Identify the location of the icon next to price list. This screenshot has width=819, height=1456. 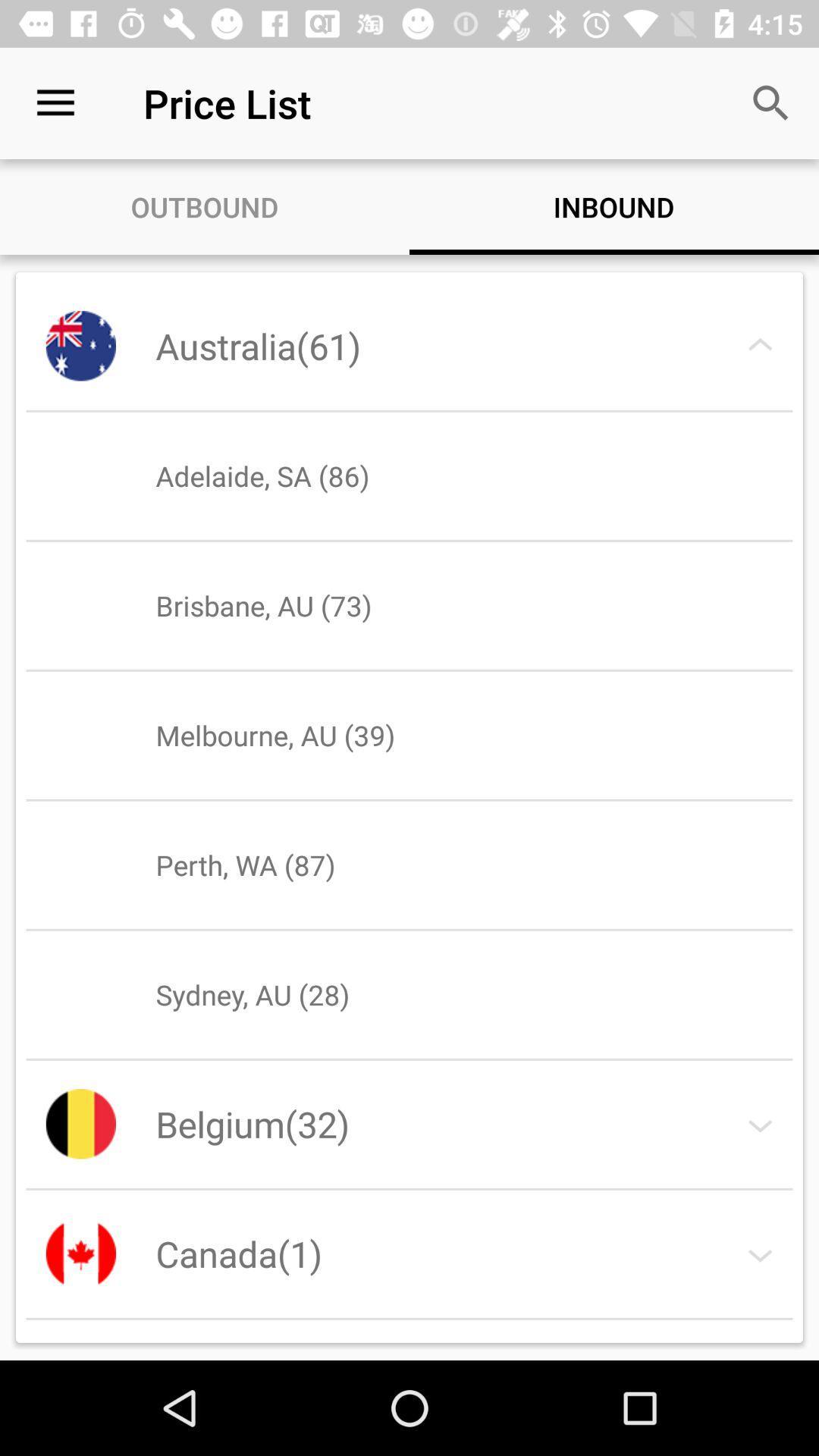
(771, 102).